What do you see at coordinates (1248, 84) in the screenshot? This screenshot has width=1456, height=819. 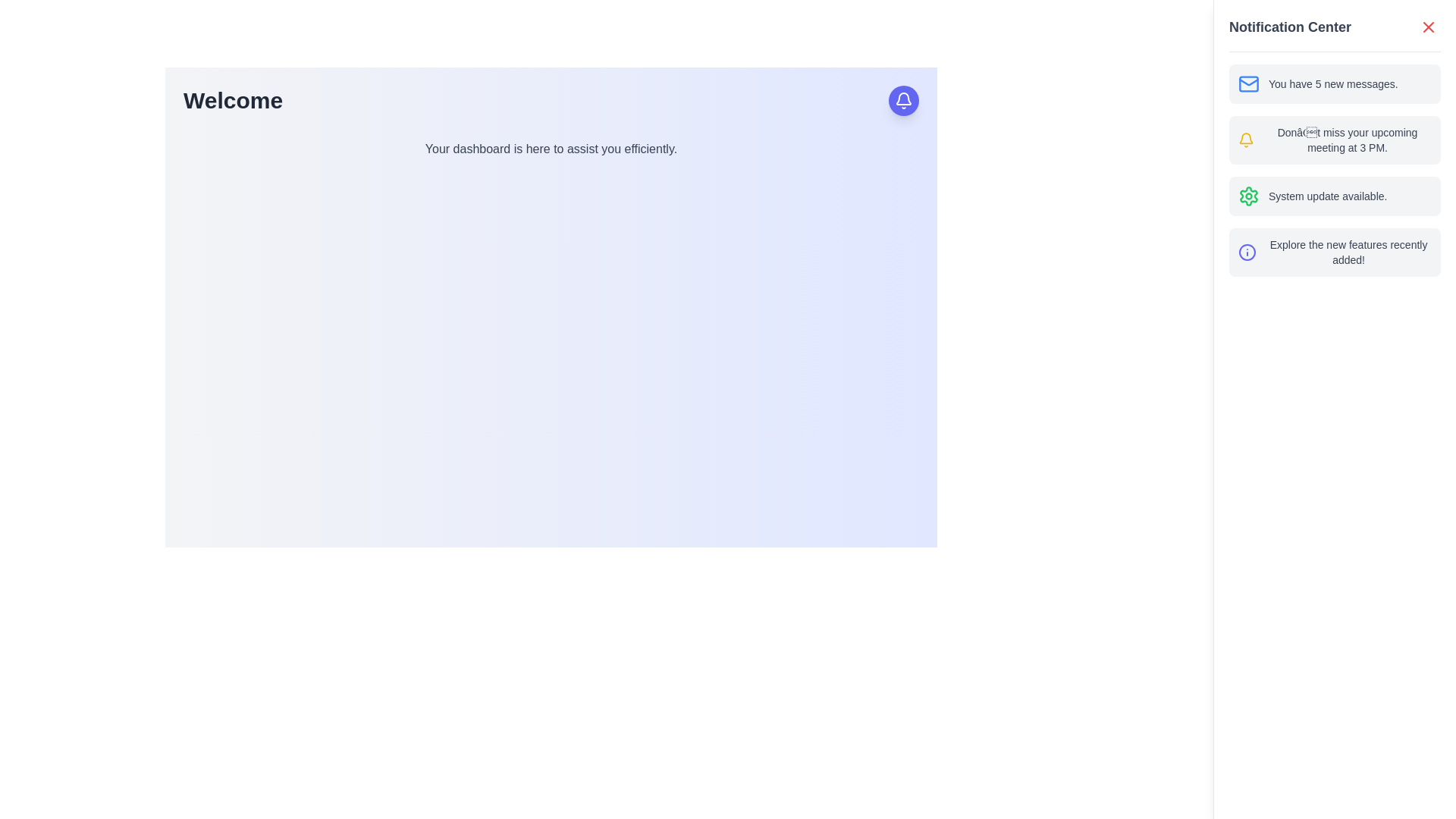 I see `the decorative graphic element that is part of the email icon, located in the top-right corner of the notification panel, adjacent to the text 'You have 5 new messages.'` at bounding box center [1248, 84].